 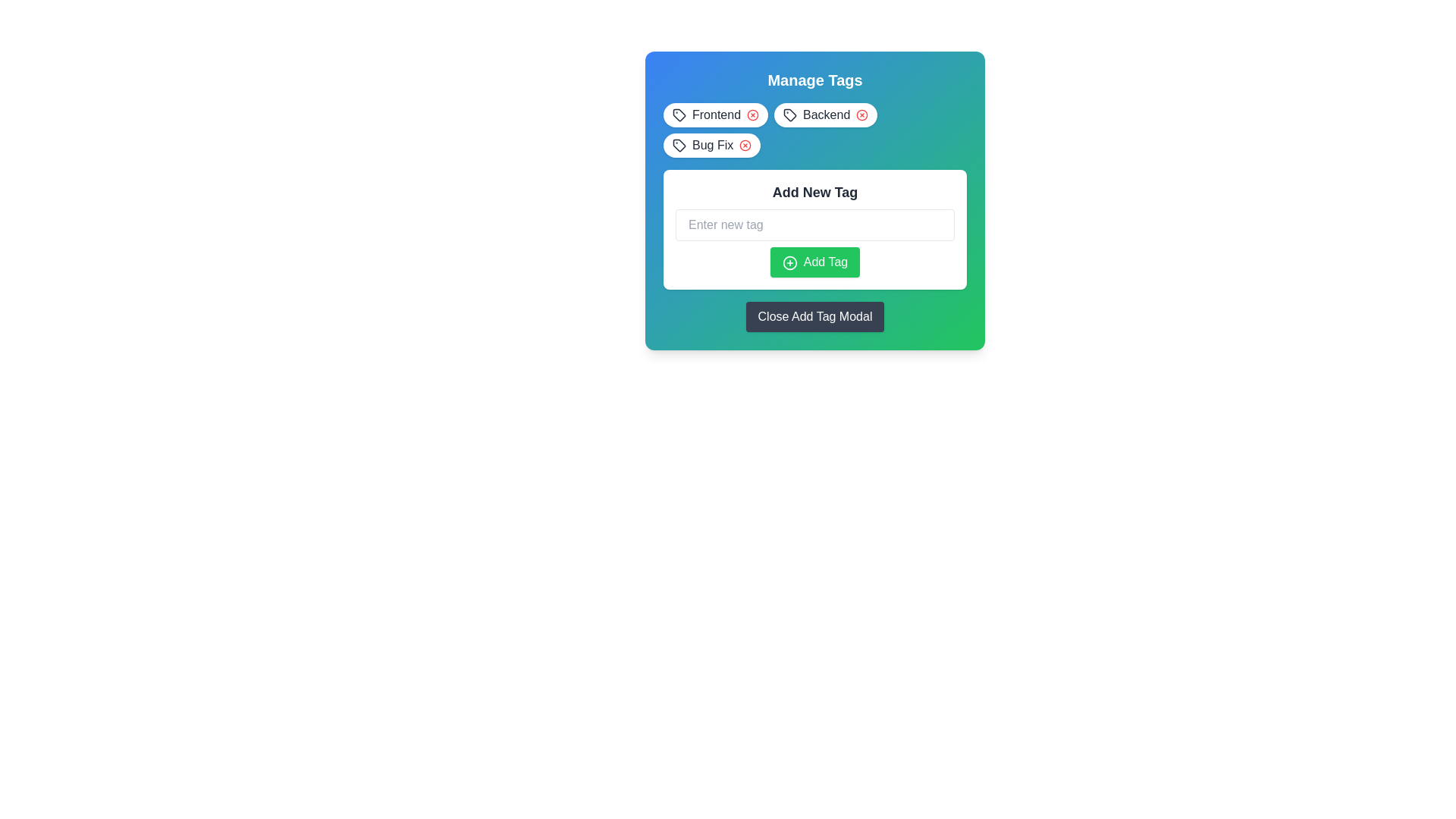 What do you see at coordinates (715, 114) in the screenshot?
I see `the 'Frontend' tag element in the 'Manage Tags' modal, which has an 'x' icon on its right for removal` at bounding box center [715, 114].